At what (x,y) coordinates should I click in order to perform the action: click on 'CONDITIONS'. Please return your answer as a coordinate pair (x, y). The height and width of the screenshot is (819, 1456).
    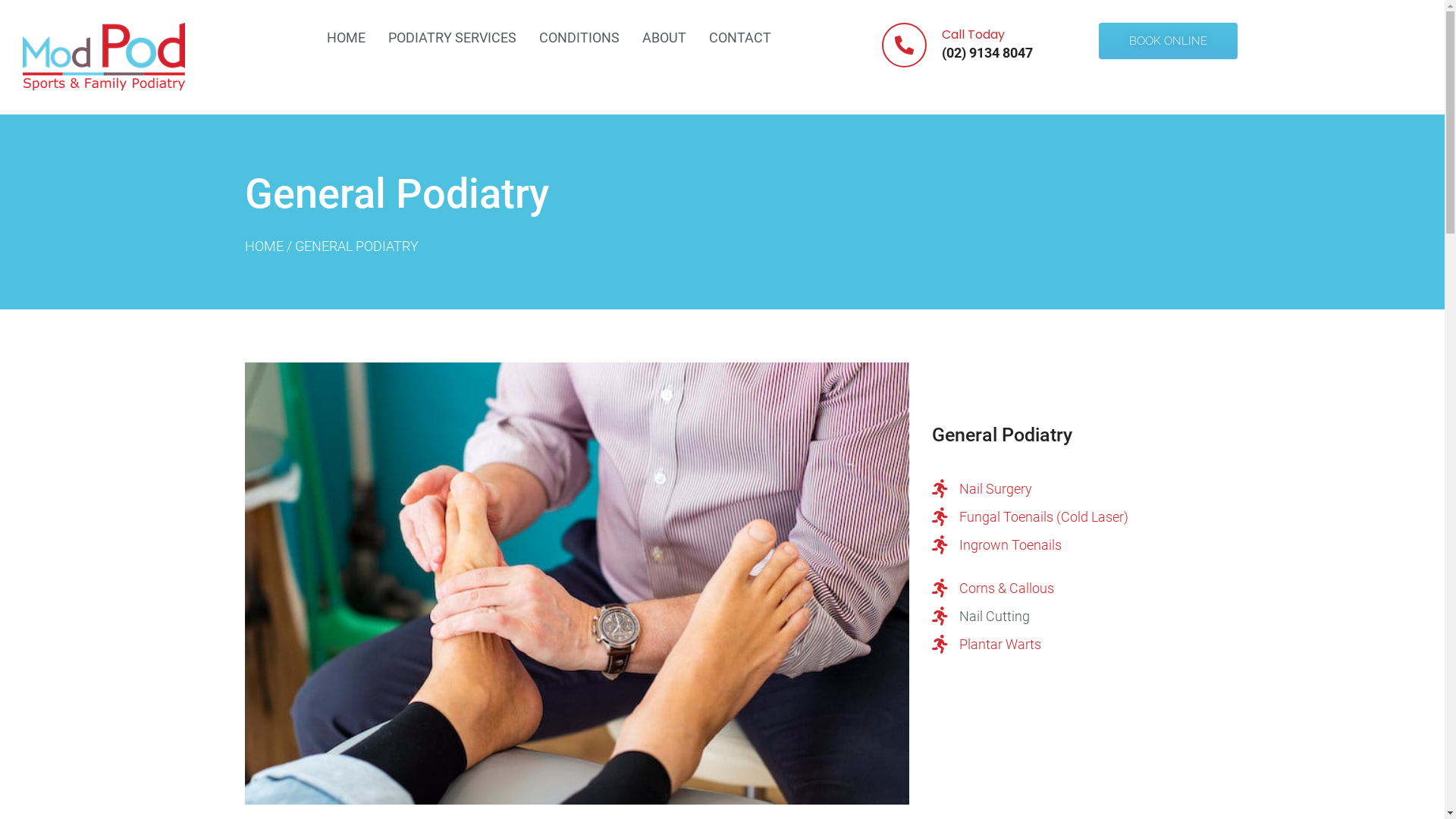
    Looking at the image, I should click on (578, 37).